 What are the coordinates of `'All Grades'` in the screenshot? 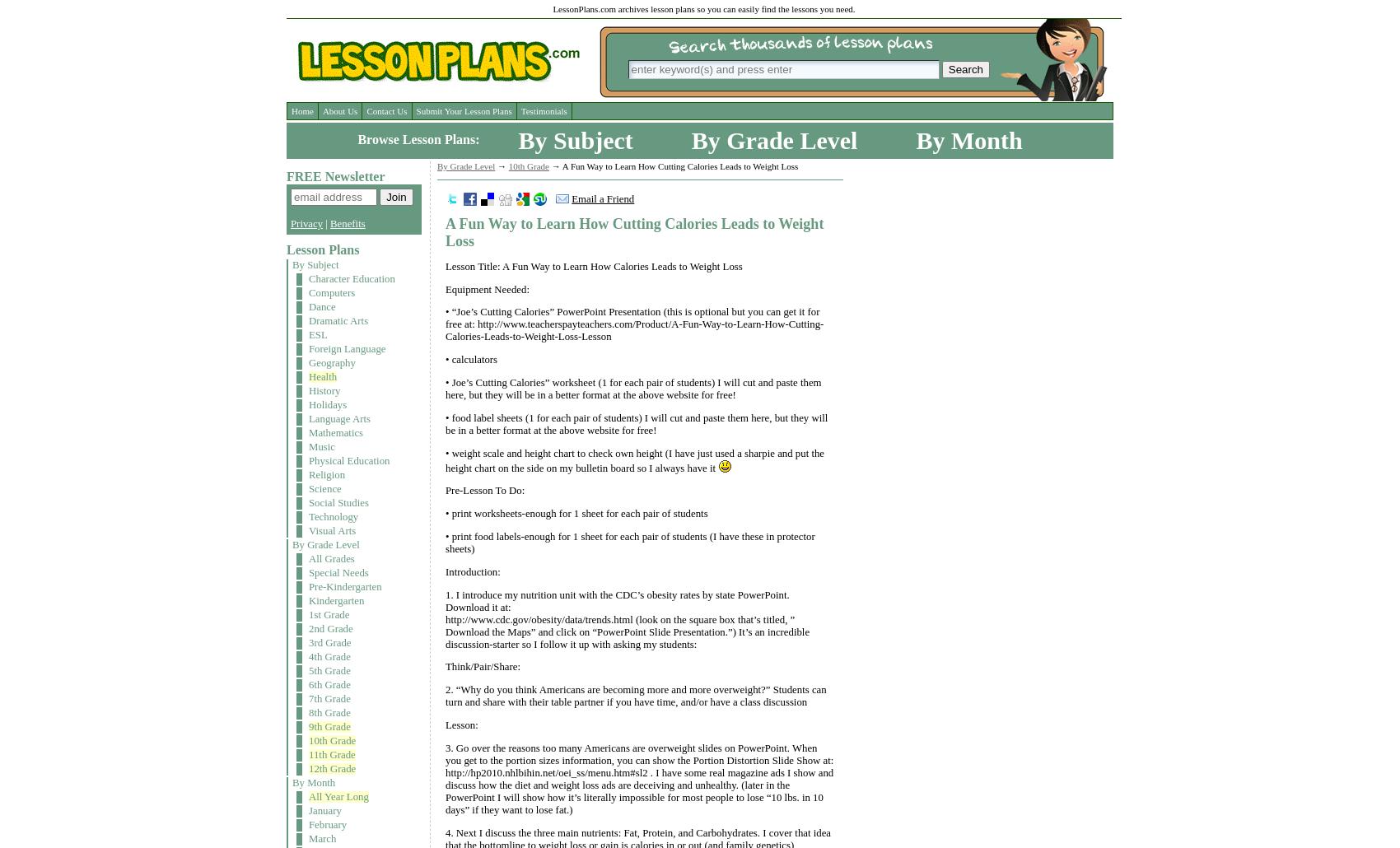 It's located at (330, 557).